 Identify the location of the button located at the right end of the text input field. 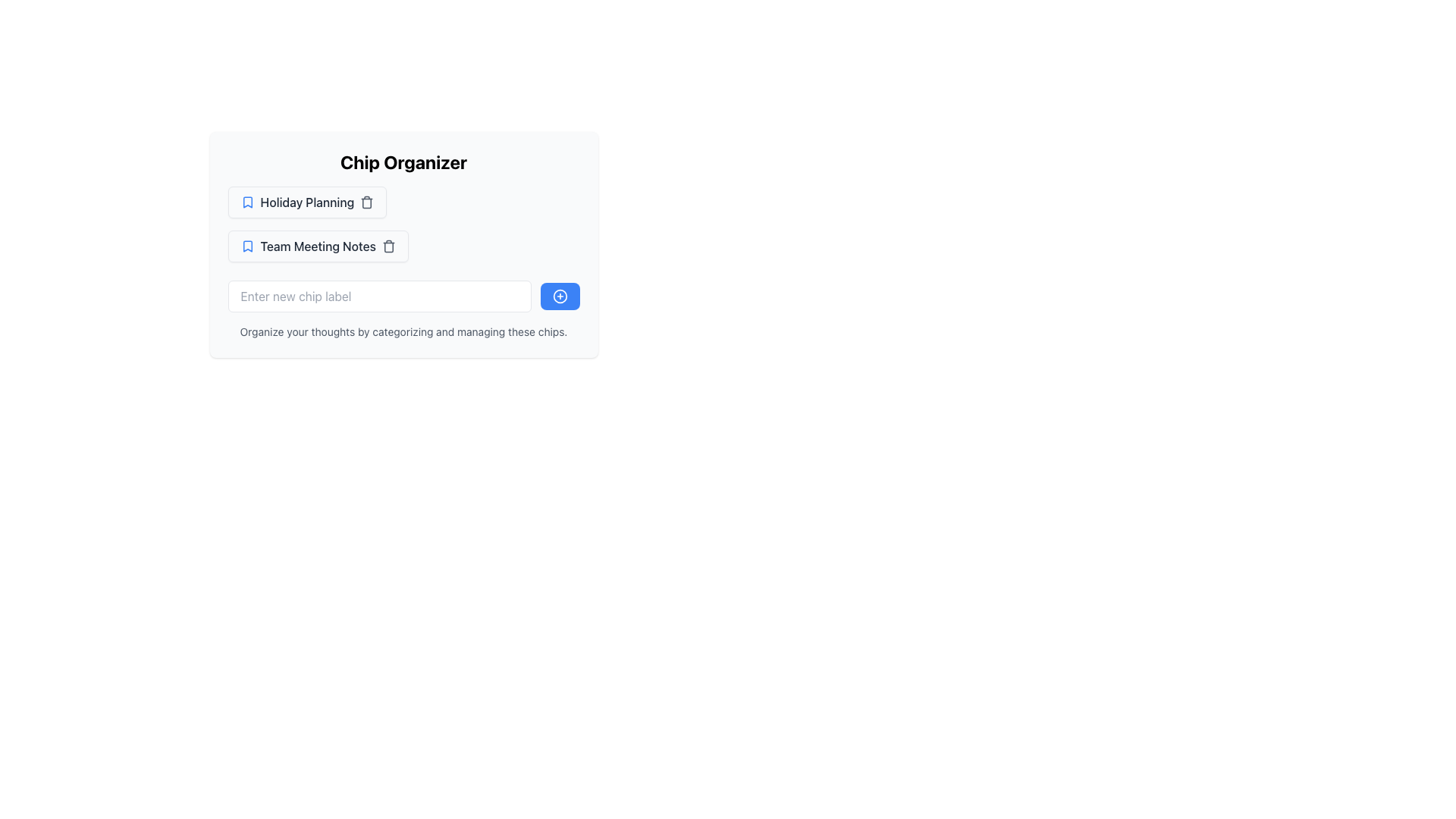
(559, 296).